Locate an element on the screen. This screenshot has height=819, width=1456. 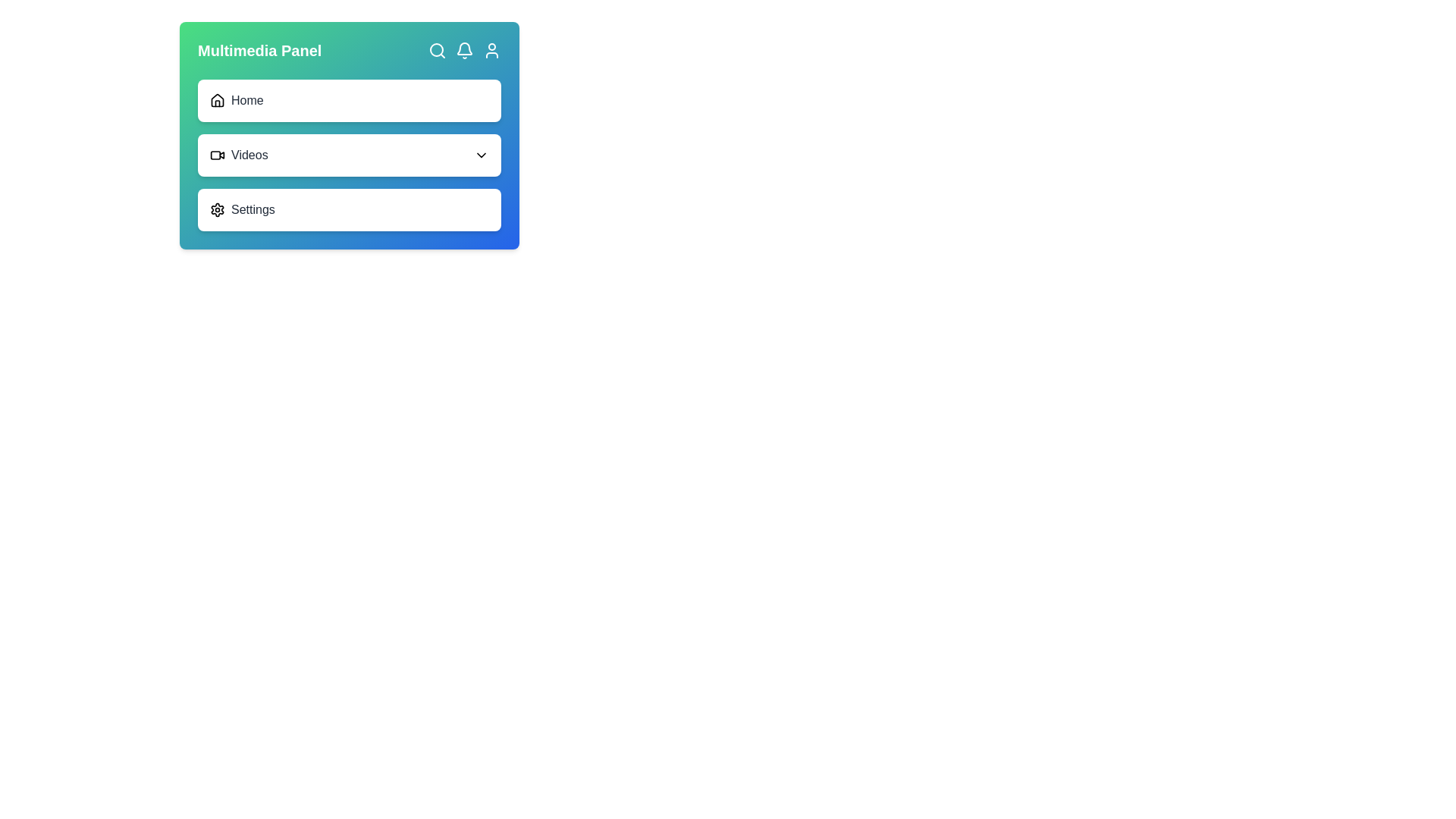
the 'Settings' icon located to the left of the text 'Settings' in the bottom section of the vertical menu is located at coordinates (217, 210).